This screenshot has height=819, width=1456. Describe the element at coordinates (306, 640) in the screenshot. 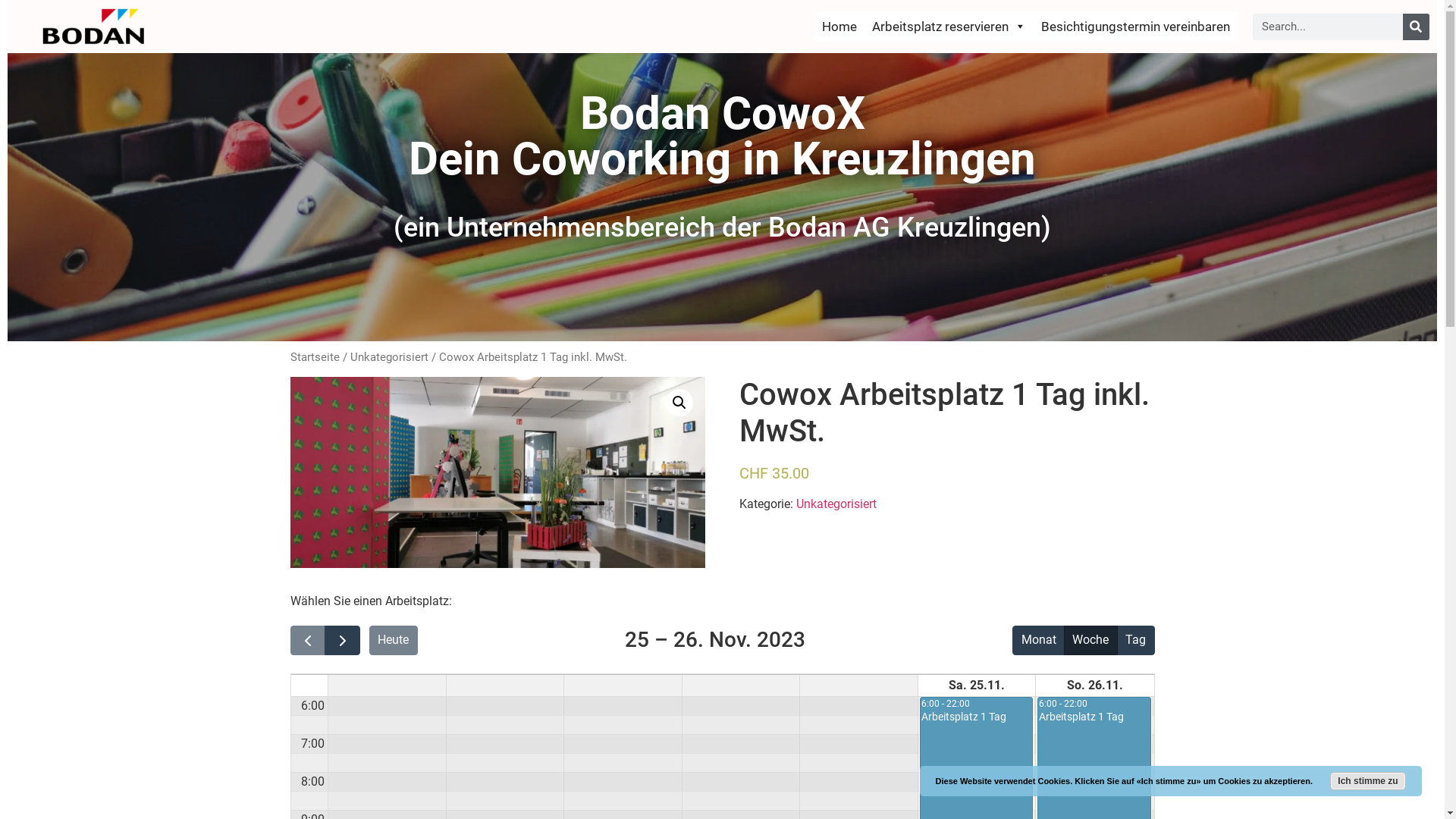

I see `'Vorherige Woche'` at that location.